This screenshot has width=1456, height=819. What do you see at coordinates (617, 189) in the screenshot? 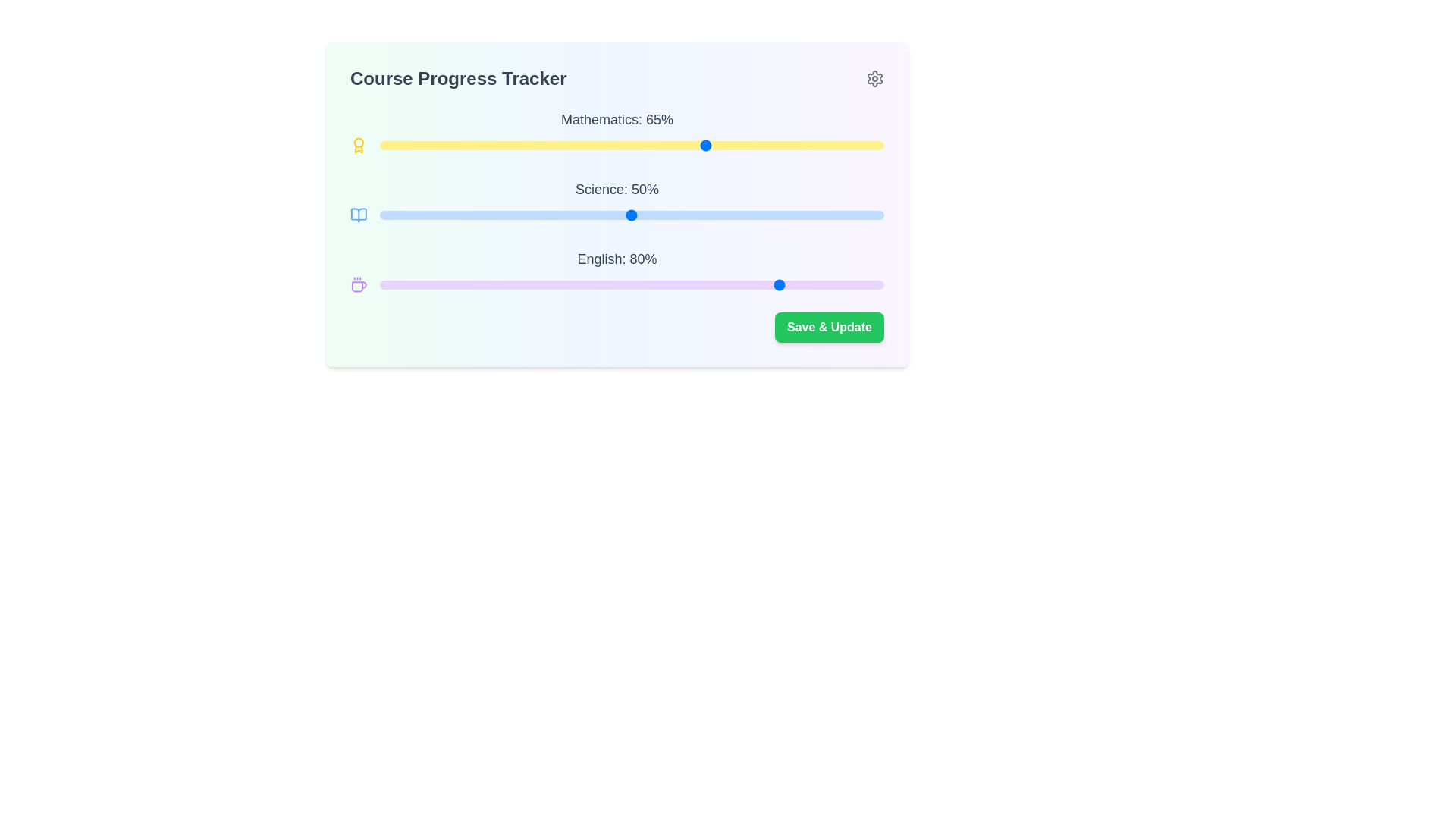
I see `the text label indicating 50% completion for the subject 'Science'` at bounding box center [617, 189].